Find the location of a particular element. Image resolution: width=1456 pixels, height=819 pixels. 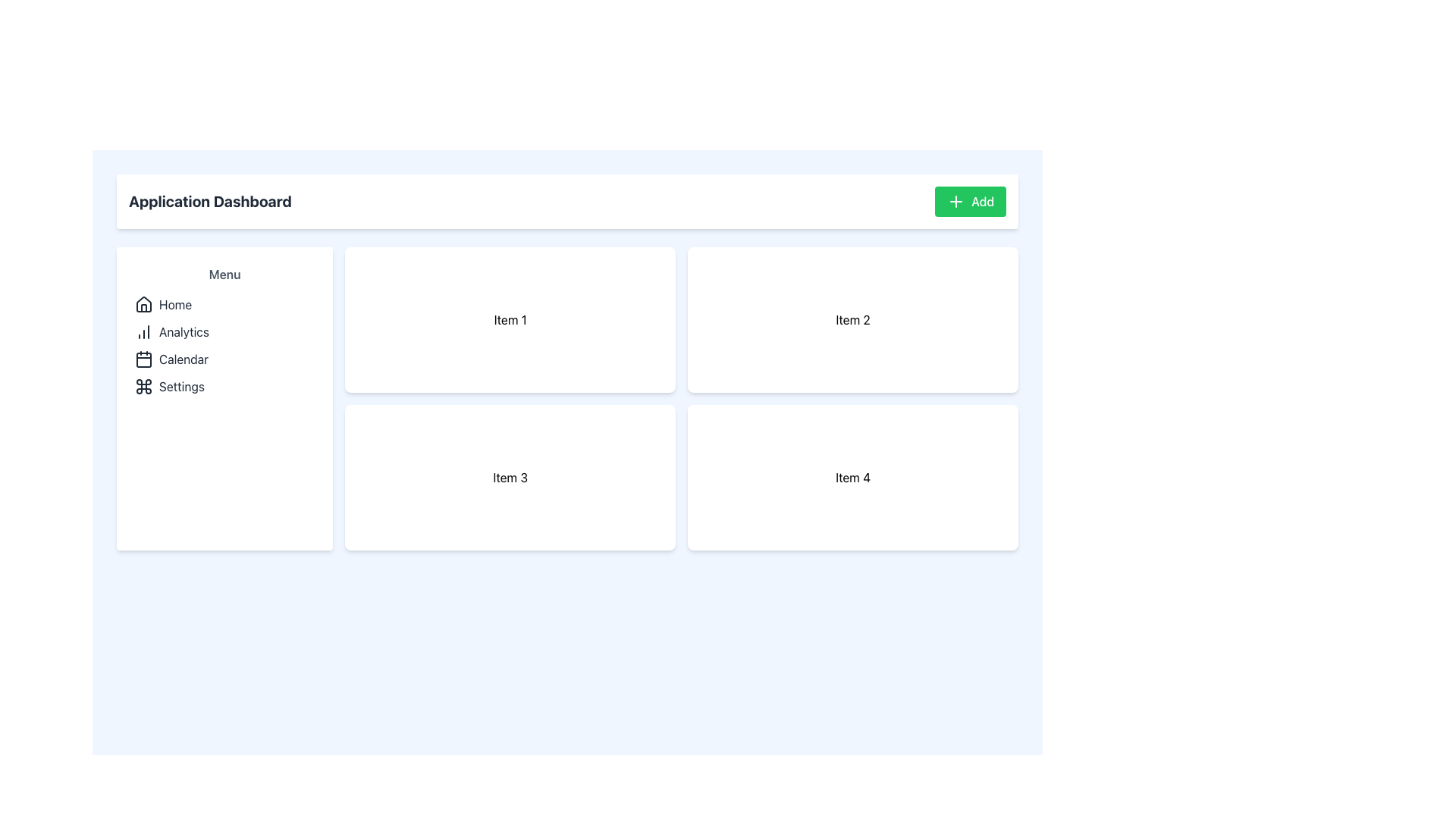

the bar graph icon located next to the 'Analytics' label in the vertical menu on the left side of the interface is located at coordinates (144, 331).